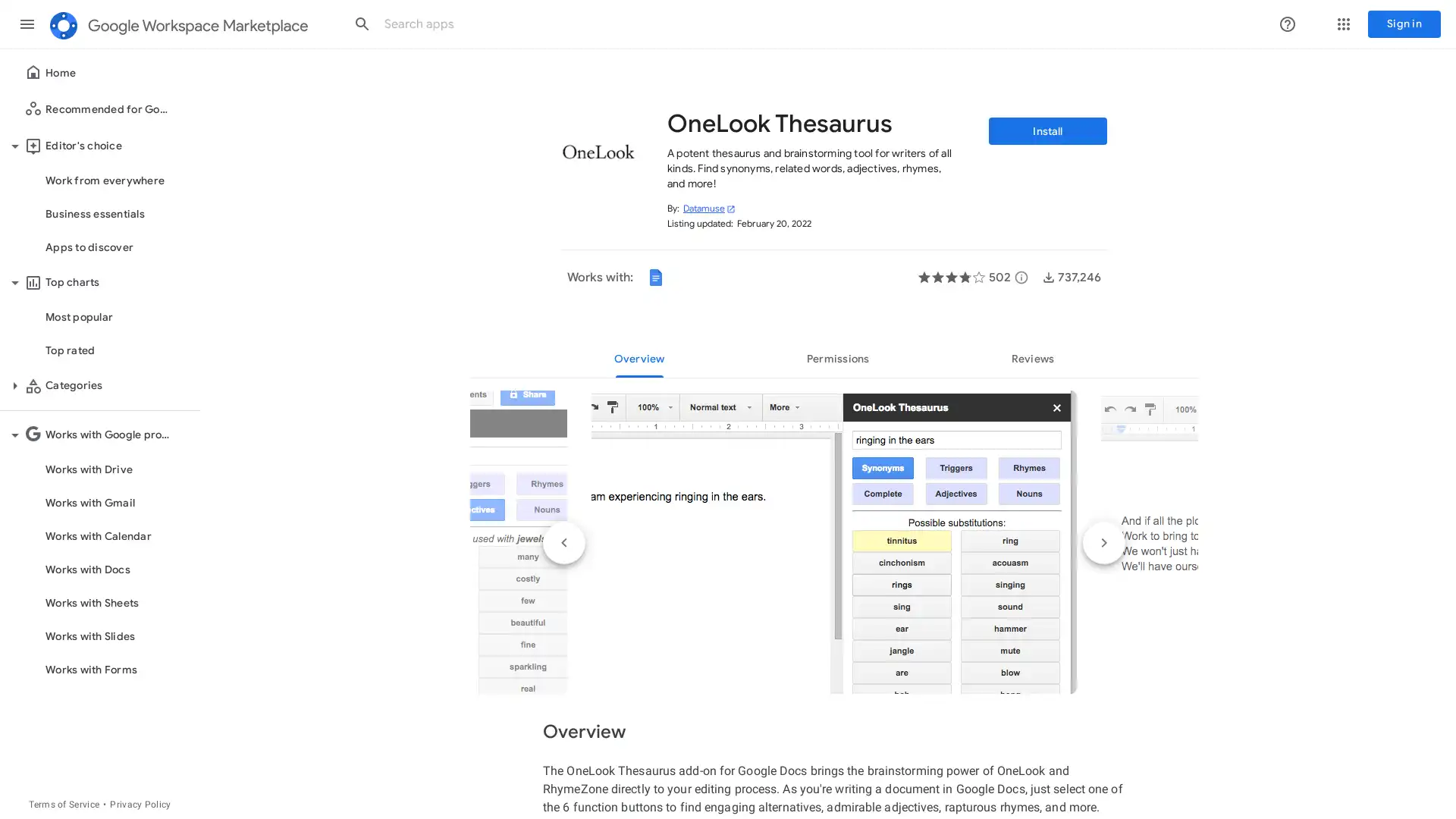  I want to click on Previous, so click(563, 542).